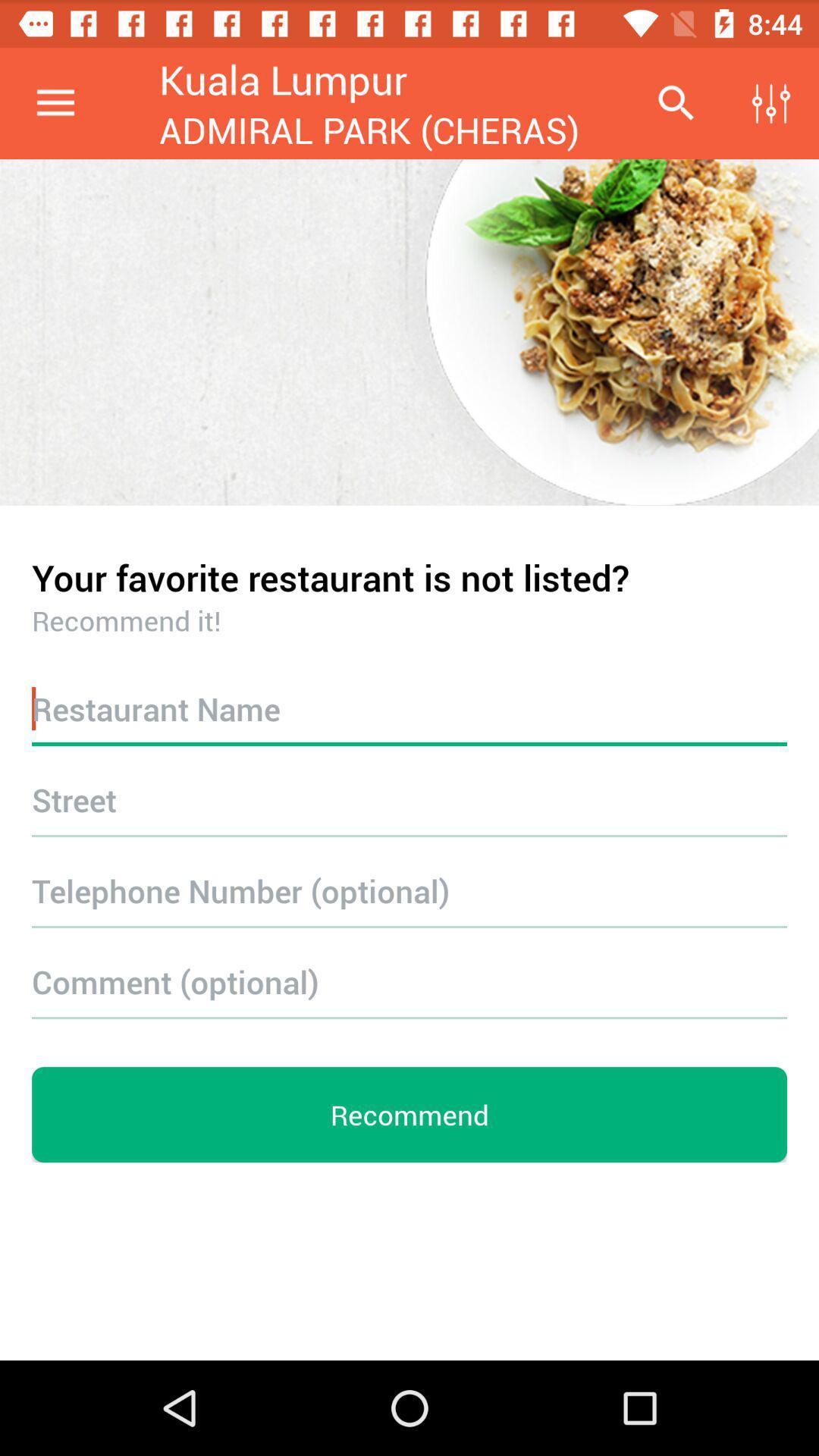  Describe the element at coordinates (409, 708) in the screenshot. I see `name` at that location.